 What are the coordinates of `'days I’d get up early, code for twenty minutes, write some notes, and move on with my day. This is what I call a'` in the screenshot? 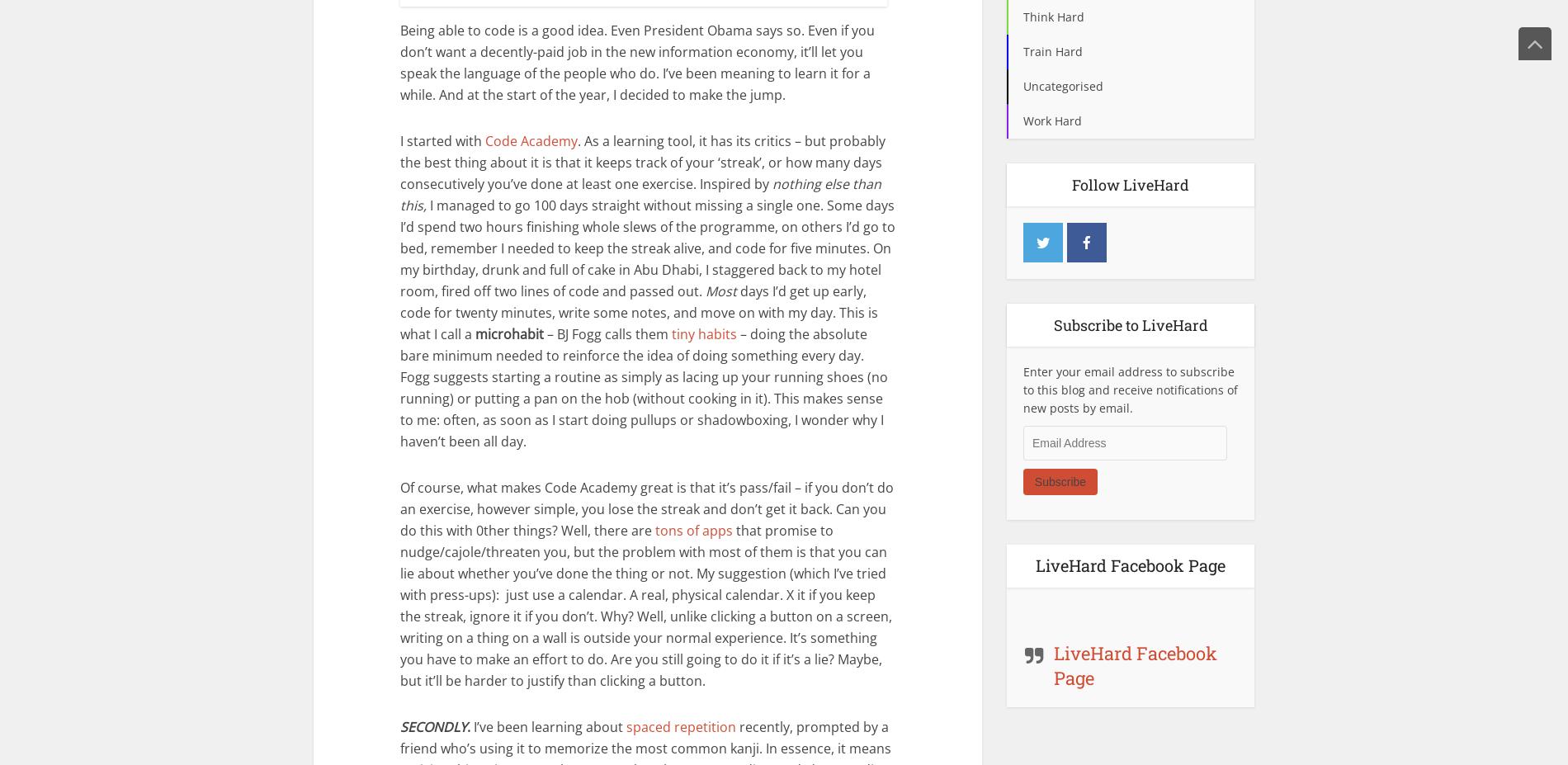 It's located at (638, 311).